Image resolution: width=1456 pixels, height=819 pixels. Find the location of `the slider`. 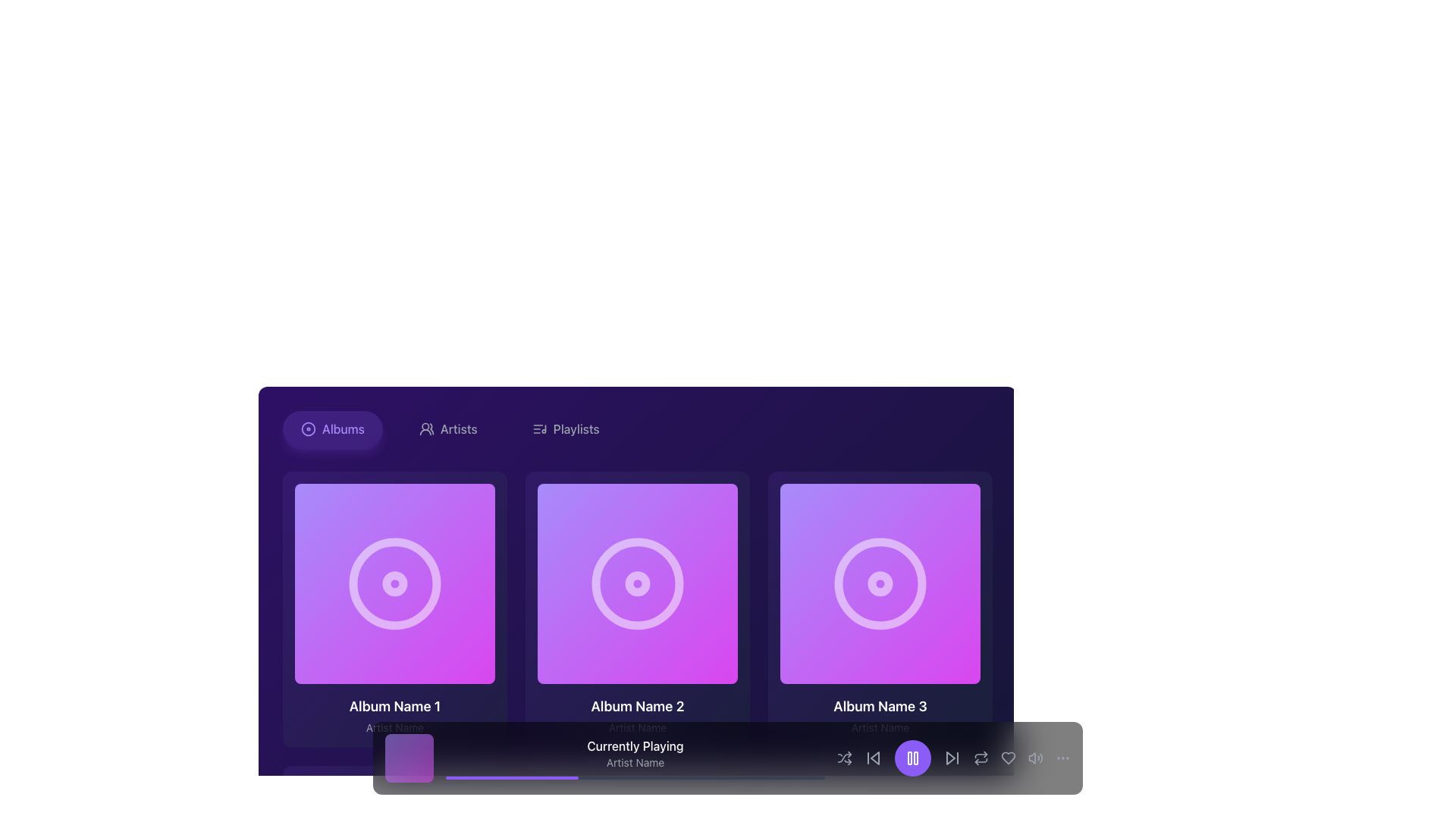

the slider is located at coordinates (786, 778).